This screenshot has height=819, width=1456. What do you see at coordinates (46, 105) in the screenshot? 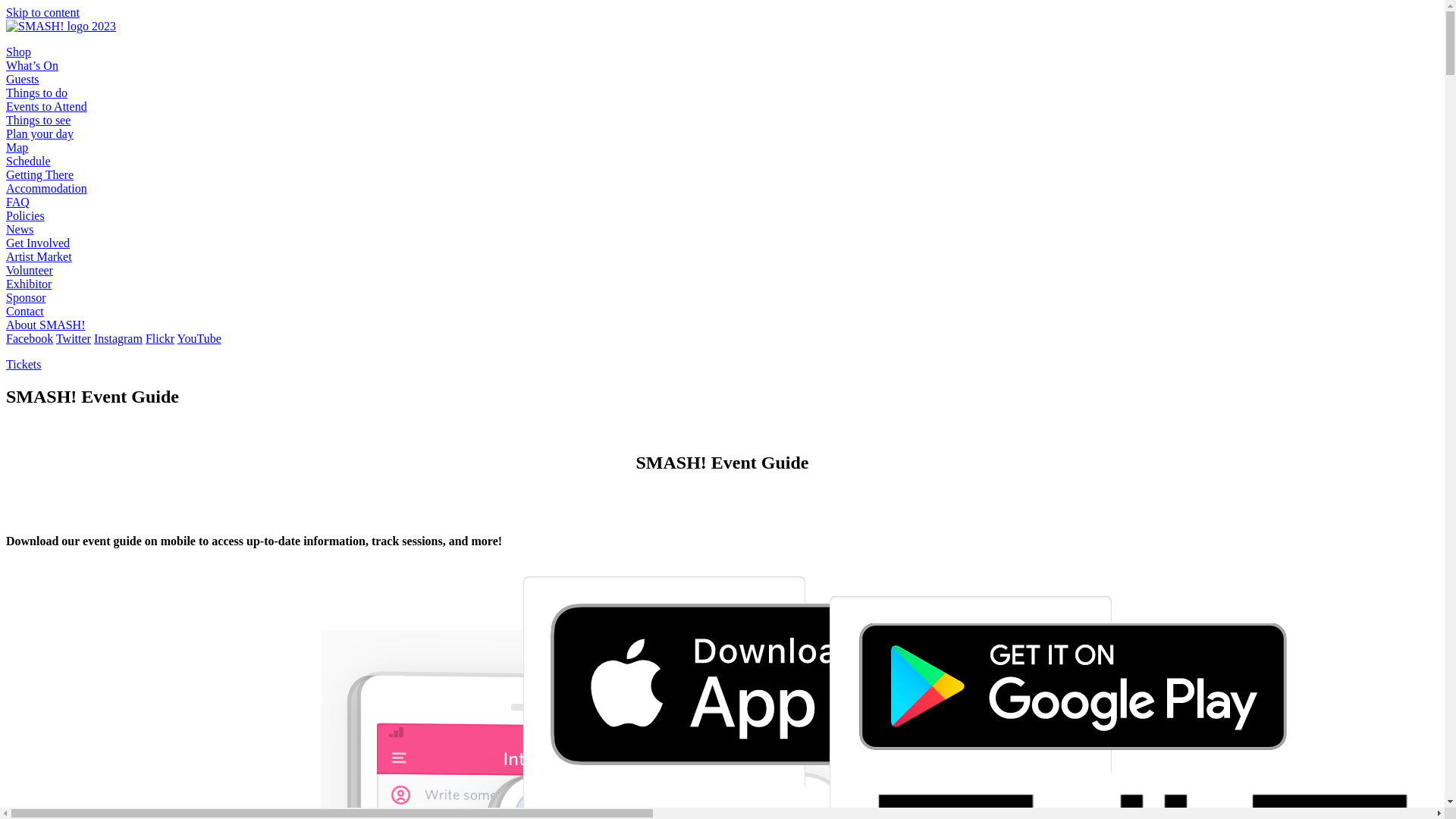
I see `'Events to Attend'` at bounding box center [46, 105].